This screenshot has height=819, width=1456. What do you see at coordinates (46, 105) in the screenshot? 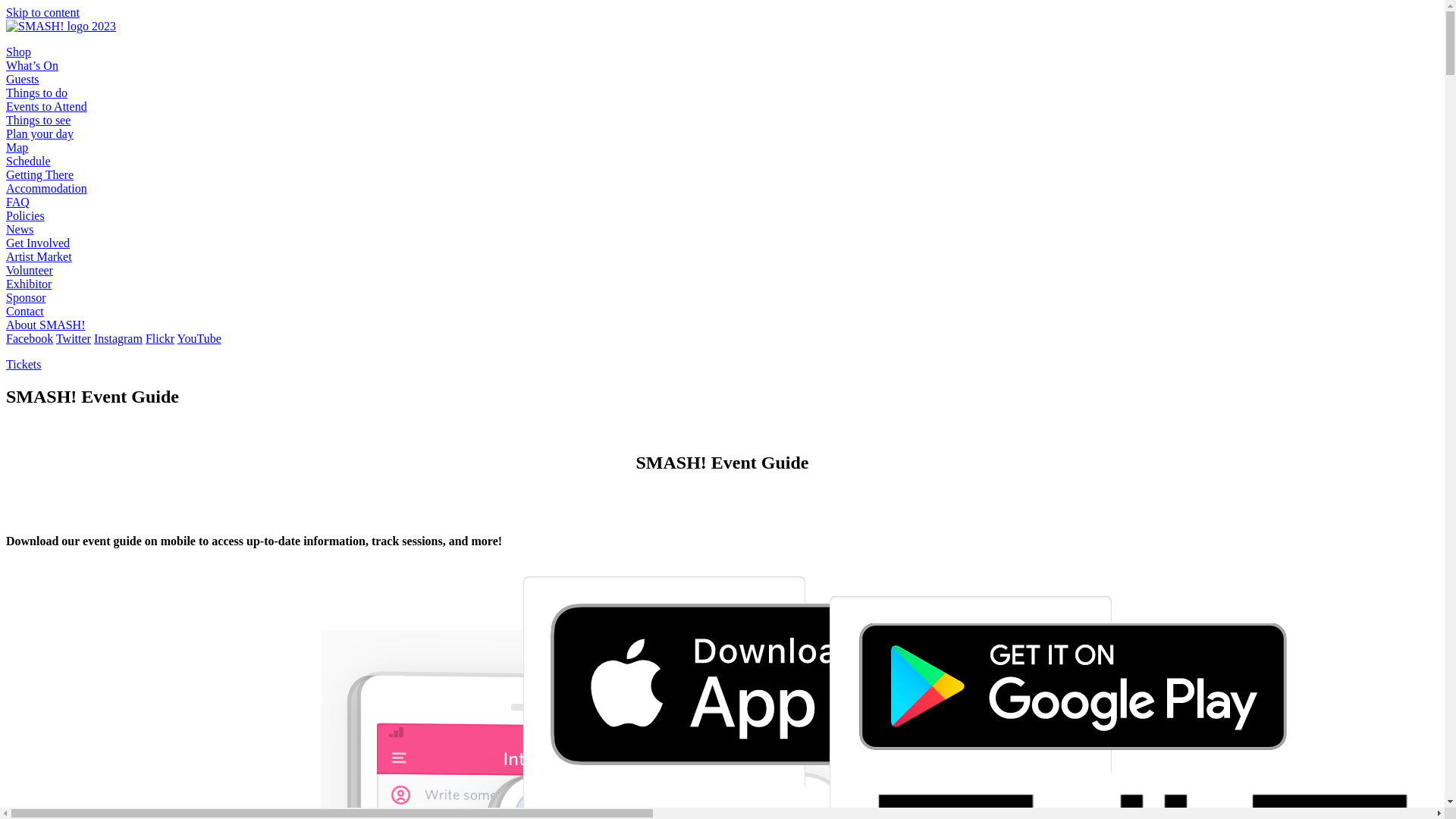
I see `'Events to Attend'` at bounding box center [46, 105].